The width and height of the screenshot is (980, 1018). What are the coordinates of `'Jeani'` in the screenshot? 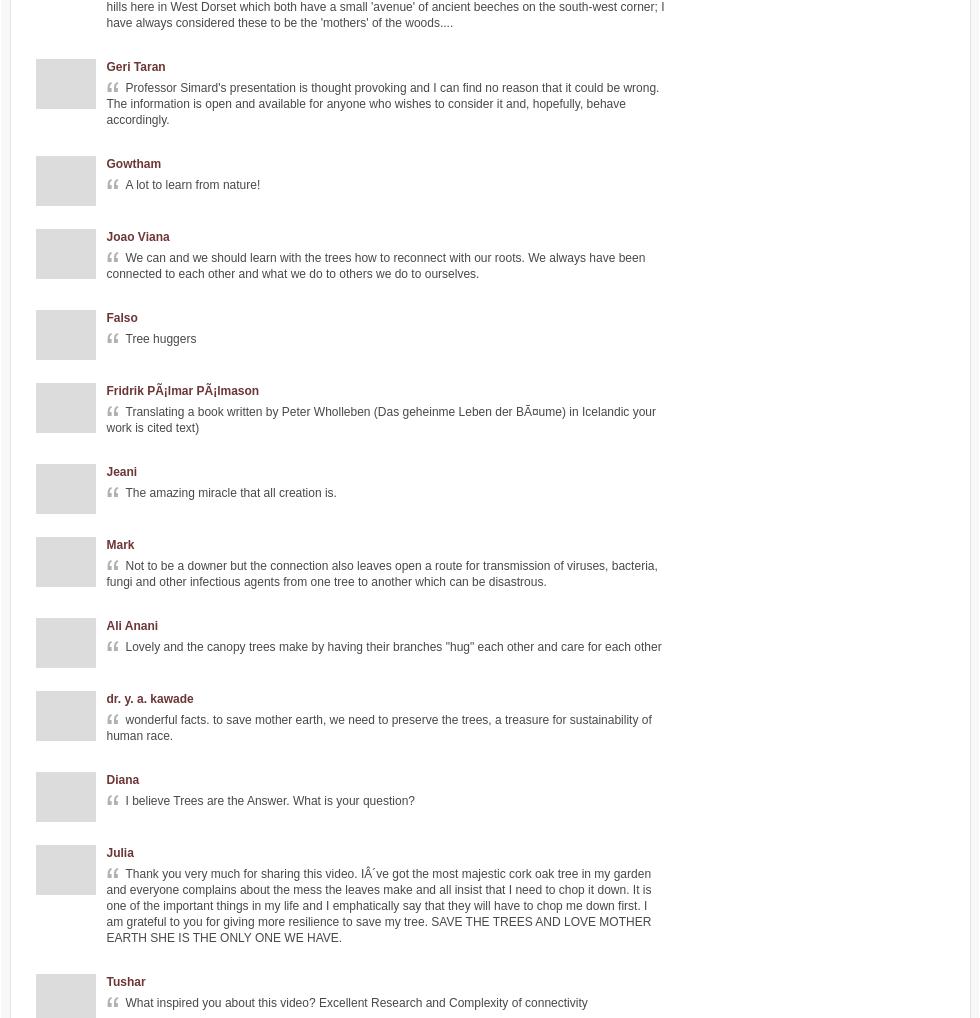 It's located at (121, 472).